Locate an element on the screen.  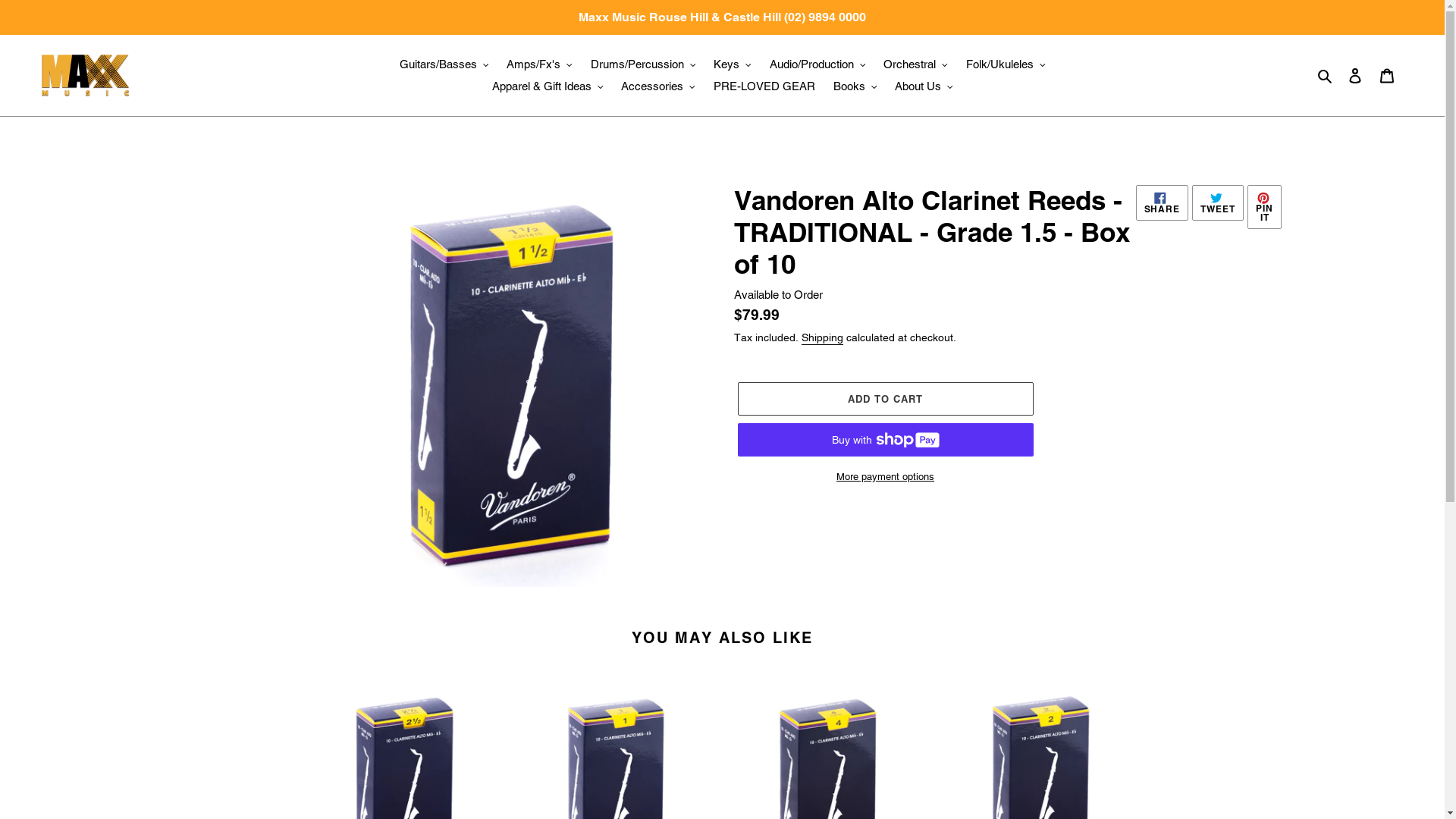
'Keys' is located at coordinates (732, 64).